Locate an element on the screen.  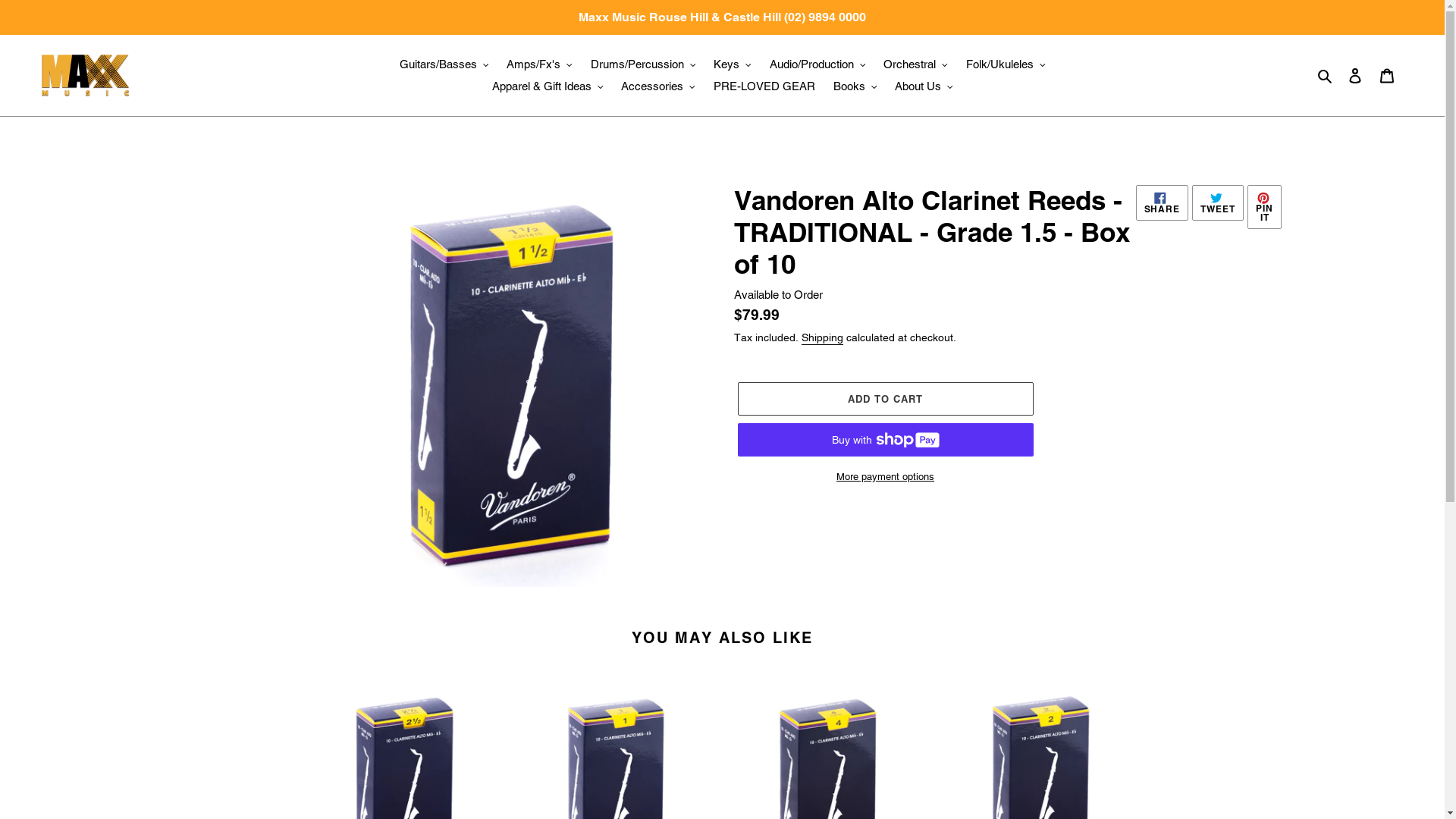
'Keys' is located at coordinates (732, 64).